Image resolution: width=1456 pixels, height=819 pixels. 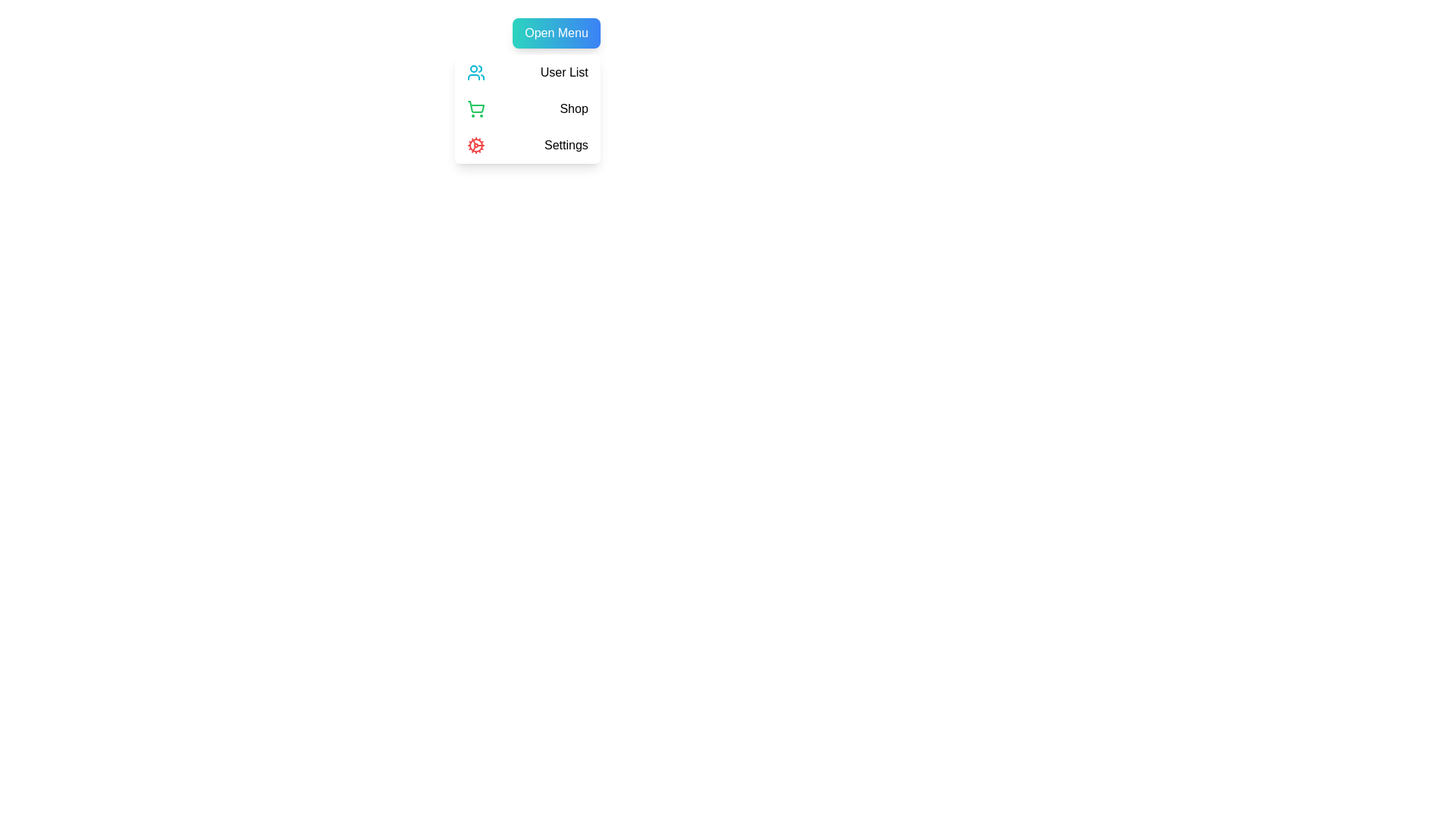 What do you see at coordinates (527, 108) in the screenshot?
I see `the 'Shop' option in the menu` at bounding box center [527, 108].